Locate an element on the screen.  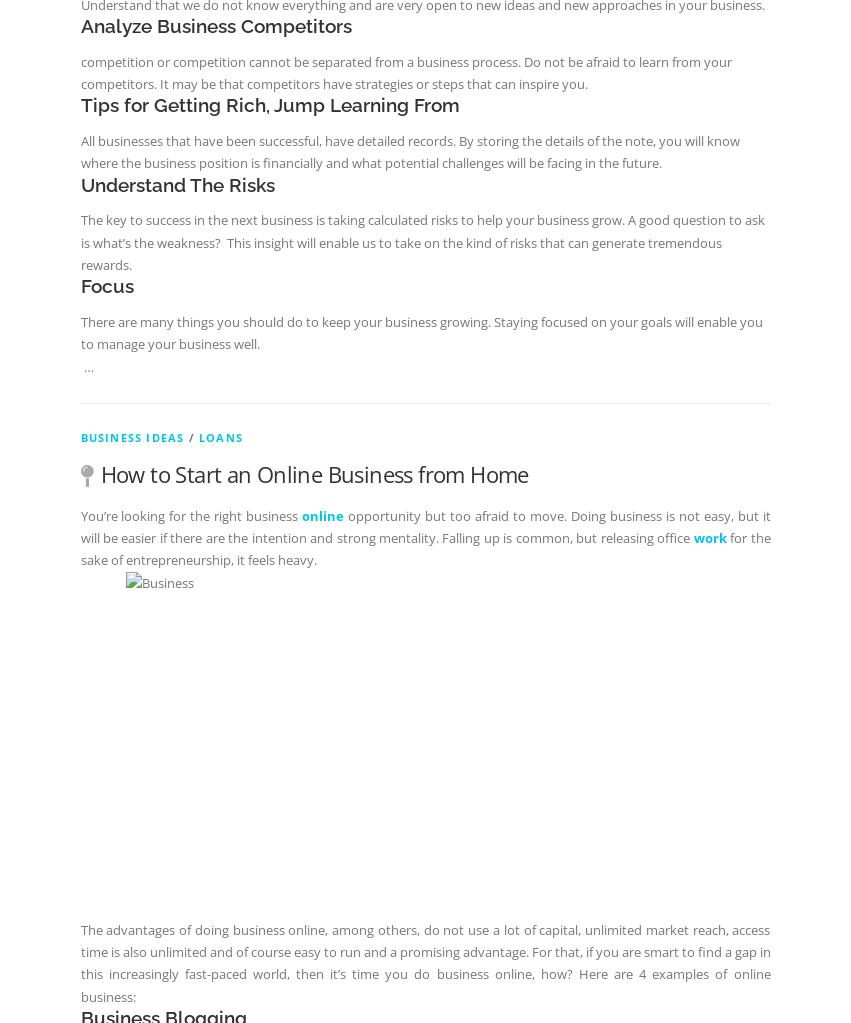
'The key to success in the next business is taking calculated risks to help your business grow. A good question to ask is what’s the weakness?  This insight will enable us to take on the kind of risks that can generate tremendous rewards.' is located at coordinates (421, 242).